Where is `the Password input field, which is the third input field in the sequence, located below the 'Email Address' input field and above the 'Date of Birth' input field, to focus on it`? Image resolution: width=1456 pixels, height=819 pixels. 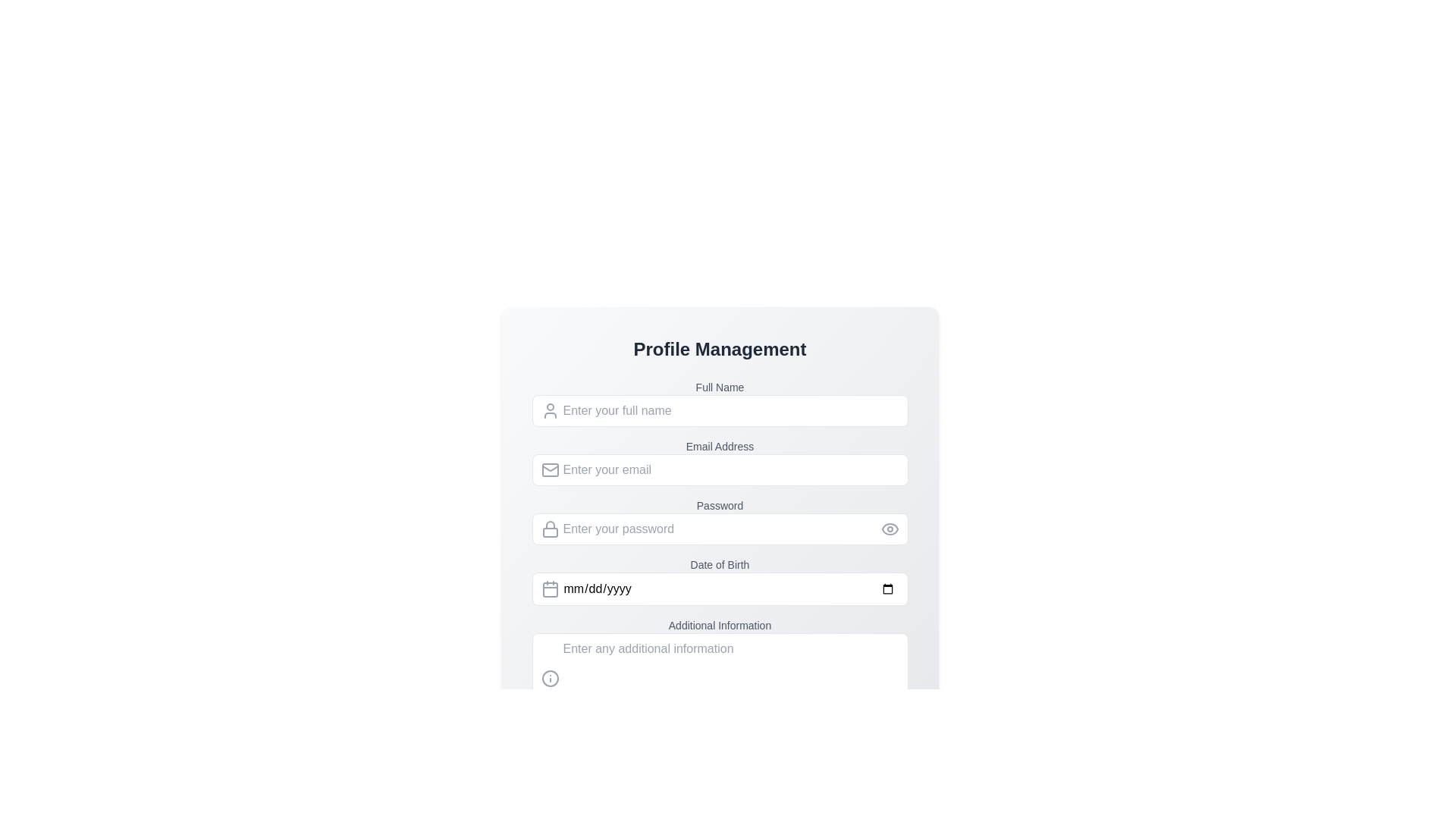 the Password input field, which is the third input field in the sequence, located below the 'Email Address' input field and above the 'Date of Birth' input field, to focus on it is located at coordinates (719, 520).